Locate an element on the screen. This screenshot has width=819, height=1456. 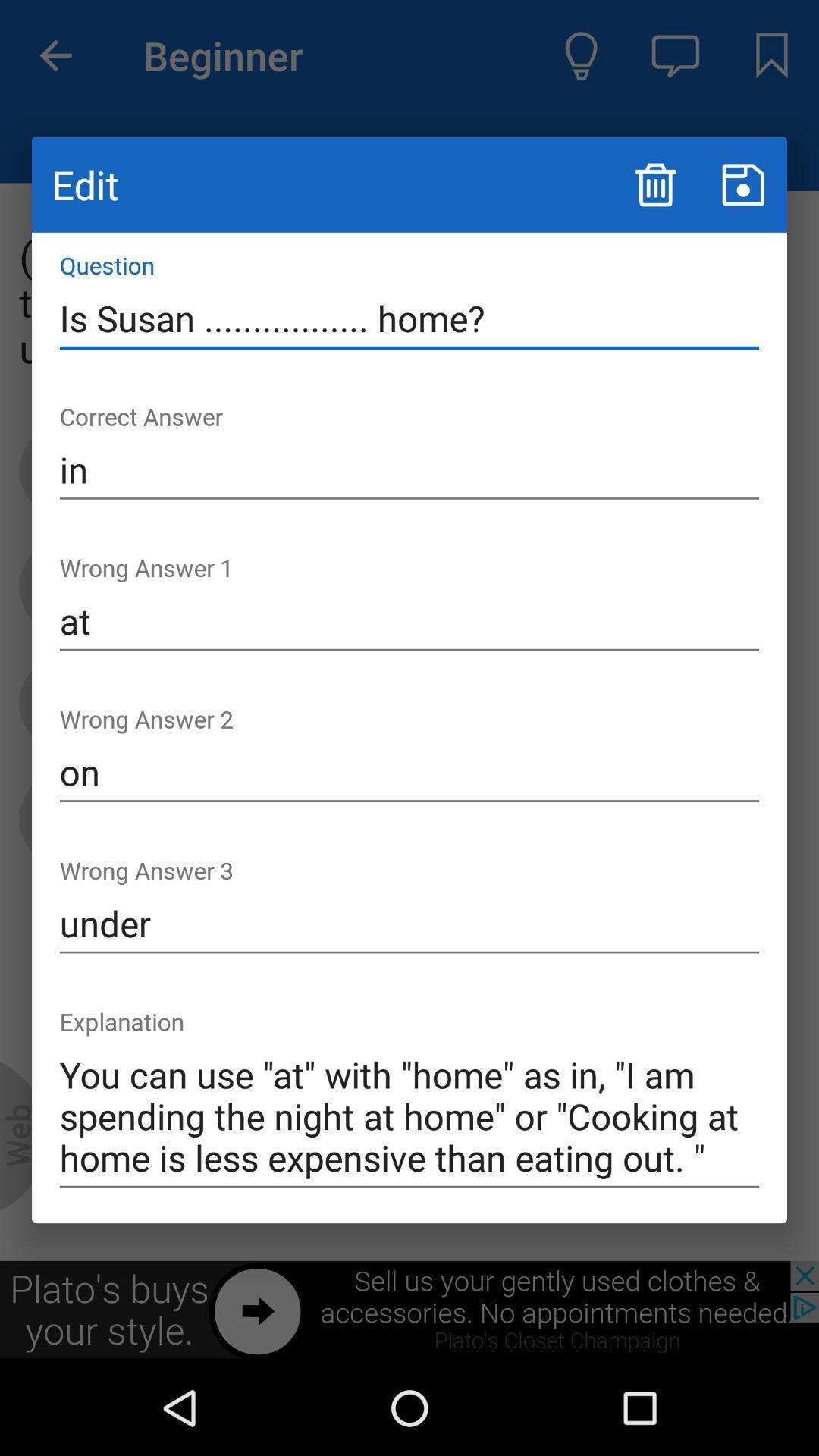
information is located at coordinates (742, 184).